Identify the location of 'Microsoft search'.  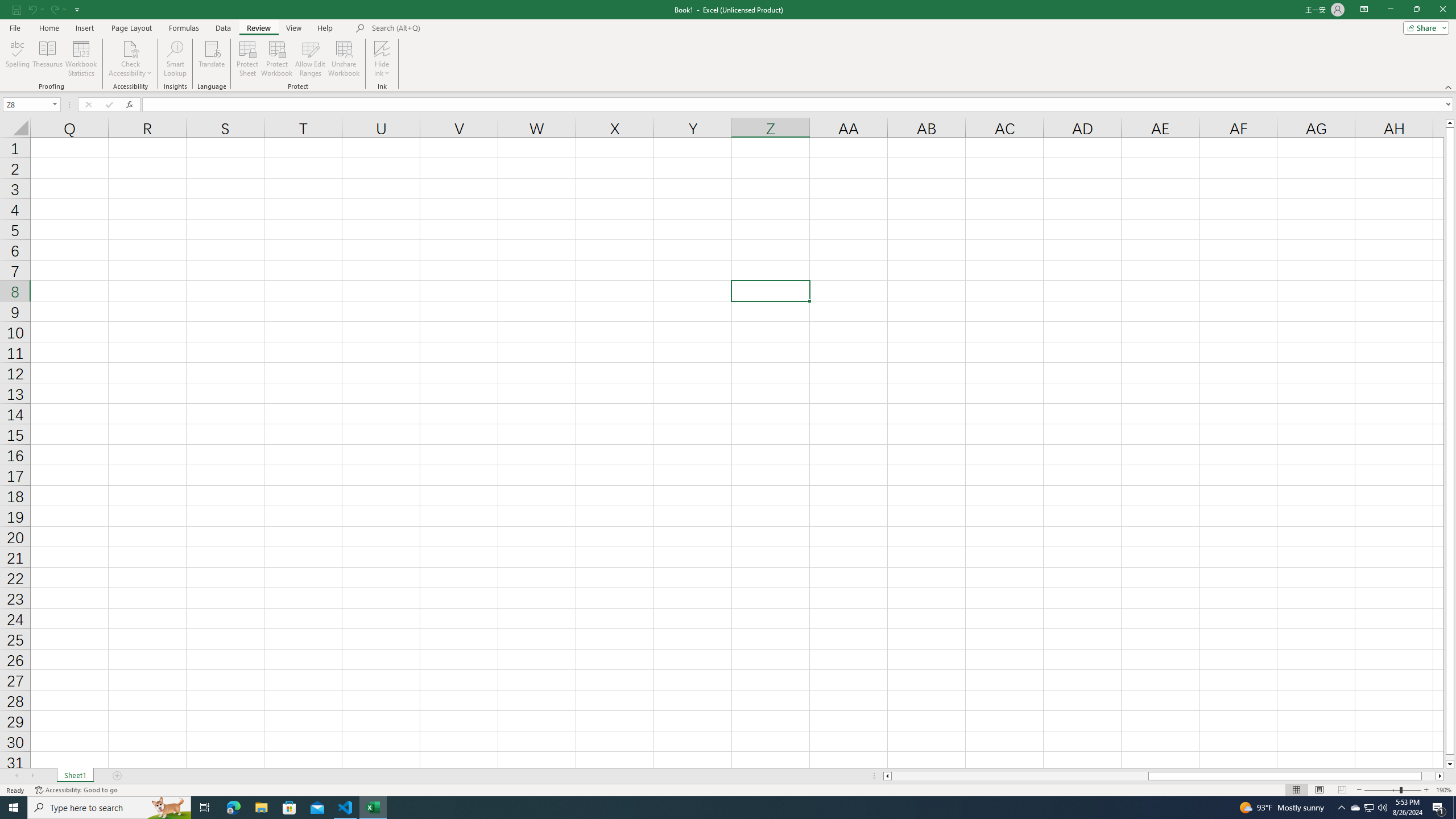
(450, 28).